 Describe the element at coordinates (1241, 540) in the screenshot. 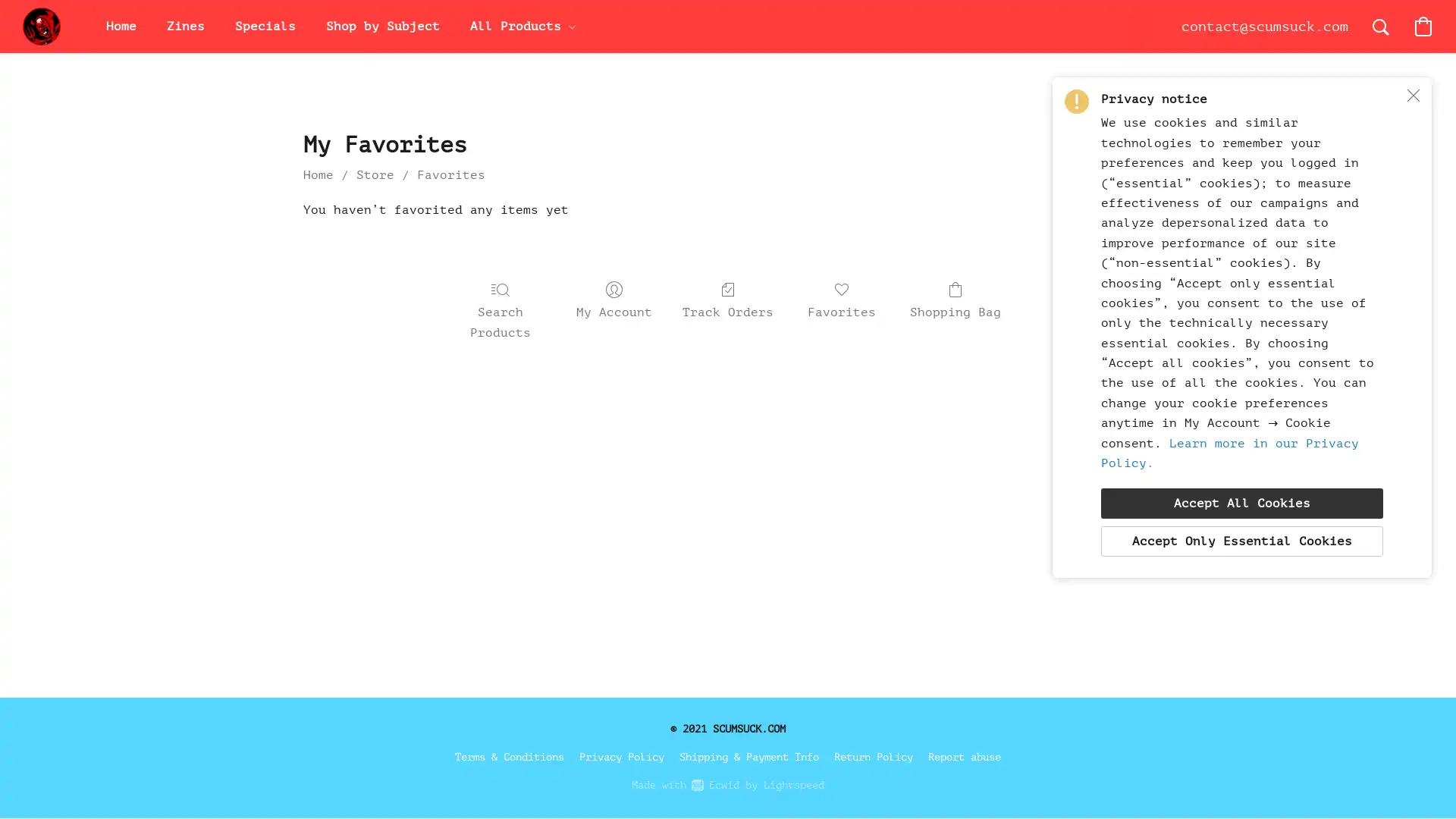

I see `Accept Only Essential Cookies` at that location.